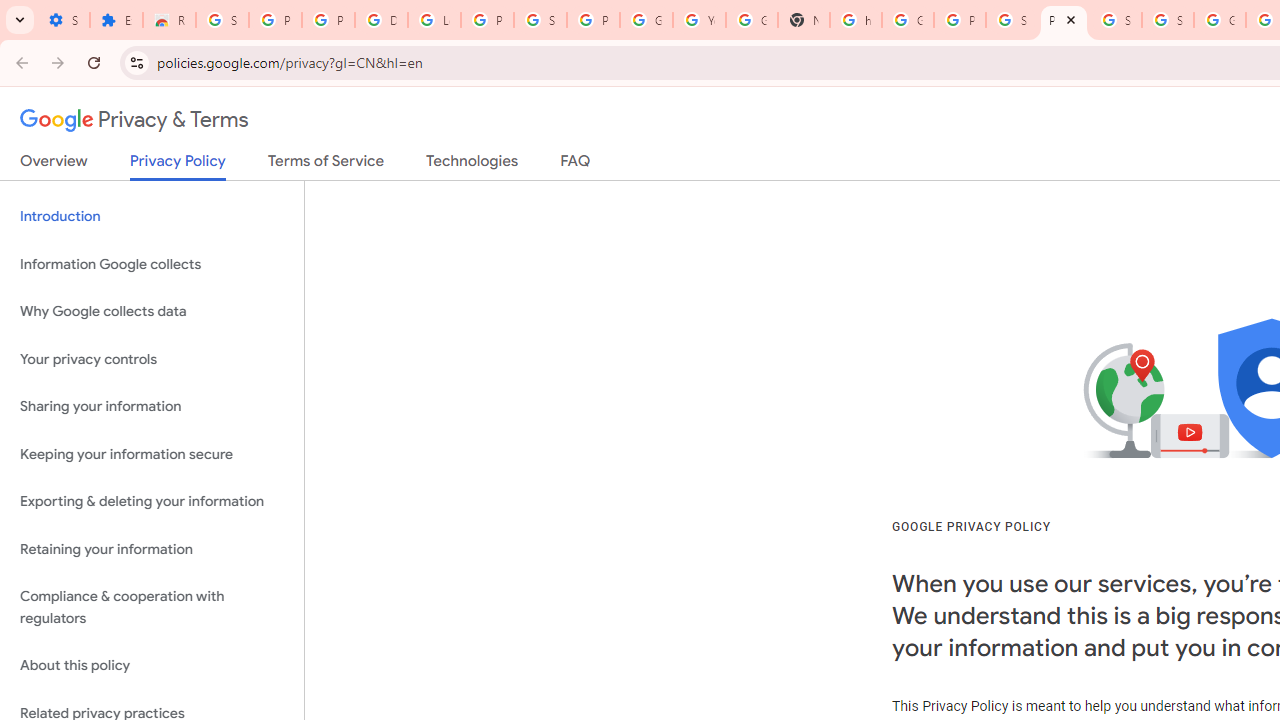 The image size is (1280, 720). What do you see at coordinates (381, 20) in the screenshot?
I see `'Delete photos & videos - Computer - Google Photos Help'` at bounding box center [381, 20].